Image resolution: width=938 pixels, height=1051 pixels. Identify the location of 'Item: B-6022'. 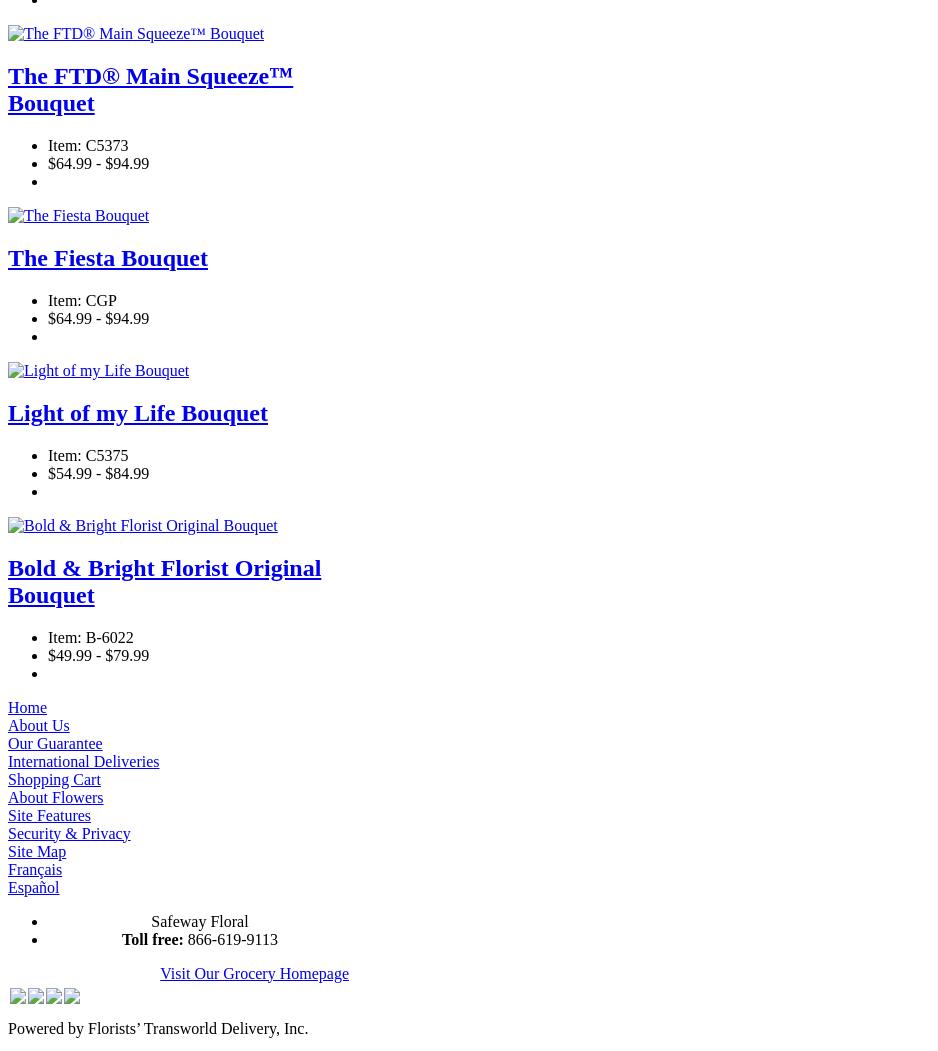
(47, 635).